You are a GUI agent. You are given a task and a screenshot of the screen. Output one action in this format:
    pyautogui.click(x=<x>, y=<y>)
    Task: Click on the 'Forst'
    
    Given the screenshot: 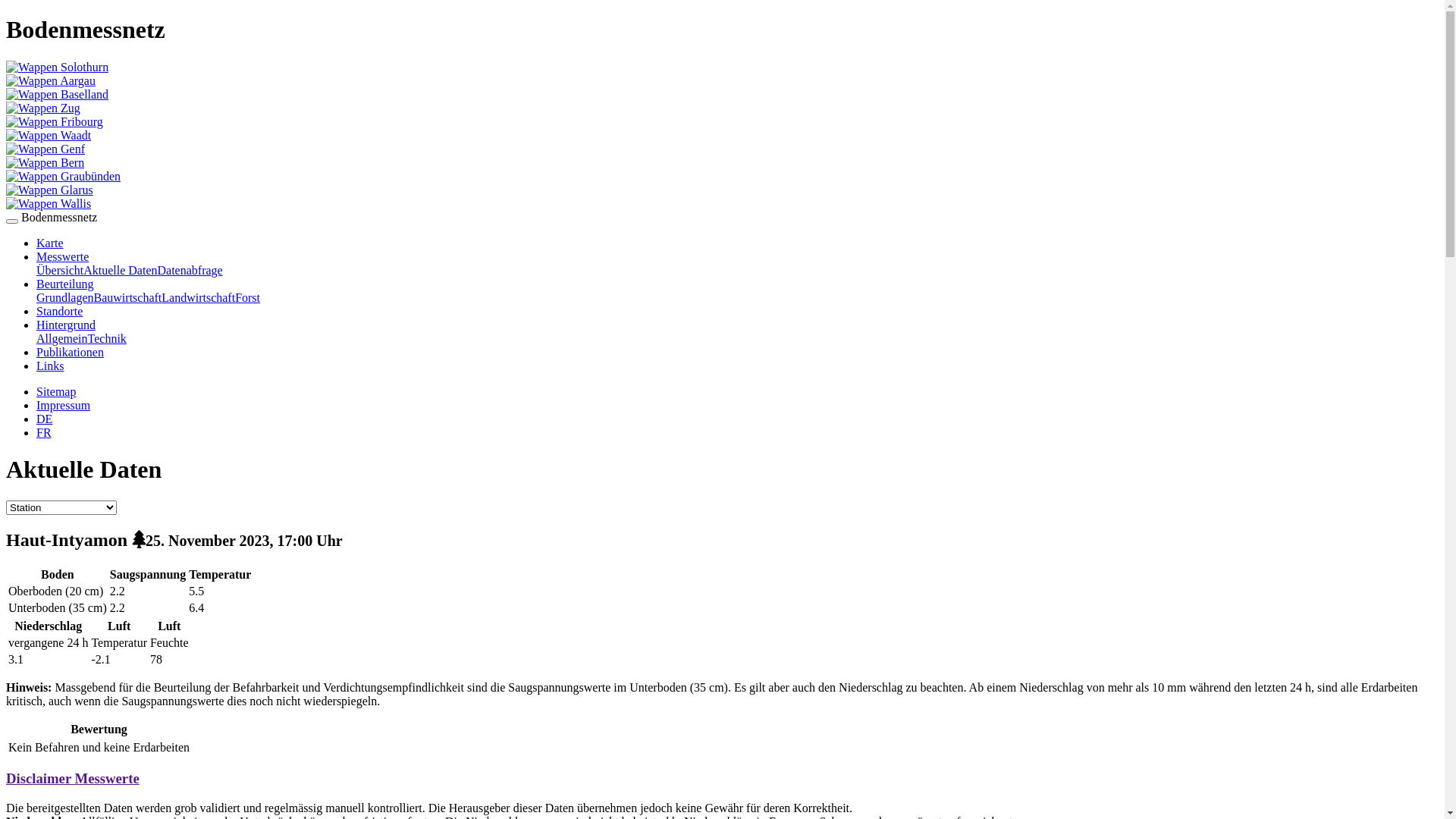 What is the action you would take?
    pyautogui.click(x=247, y=297)
    